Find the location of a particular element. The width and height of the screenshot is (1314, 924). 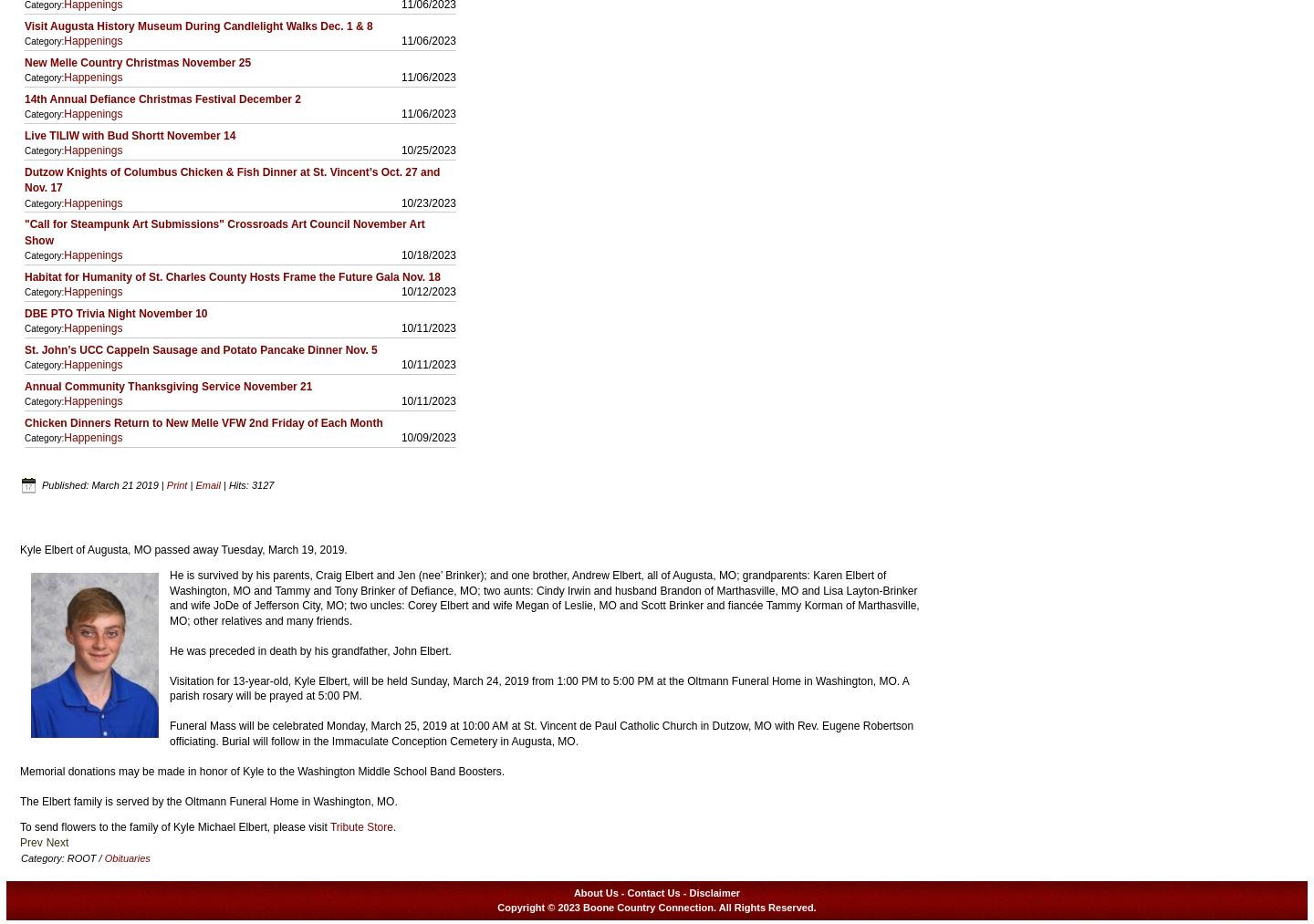

'Copyright © 2023 Boone Country Connection. All Rights Reserved.' is located at coordinates (497, 907).